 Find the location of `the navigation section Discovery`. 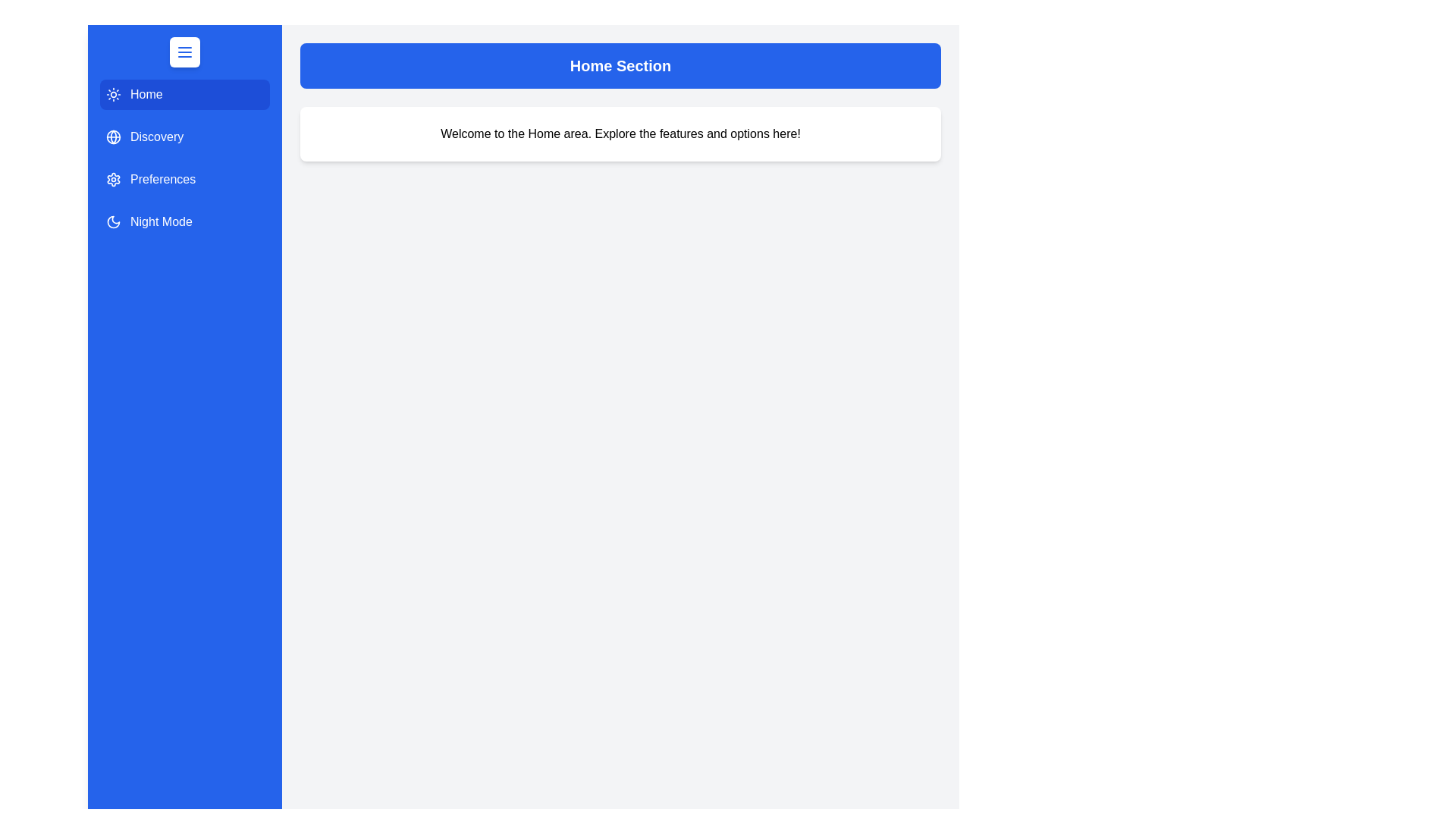

the navigation section Discovery is located at coordinates (184, 137).